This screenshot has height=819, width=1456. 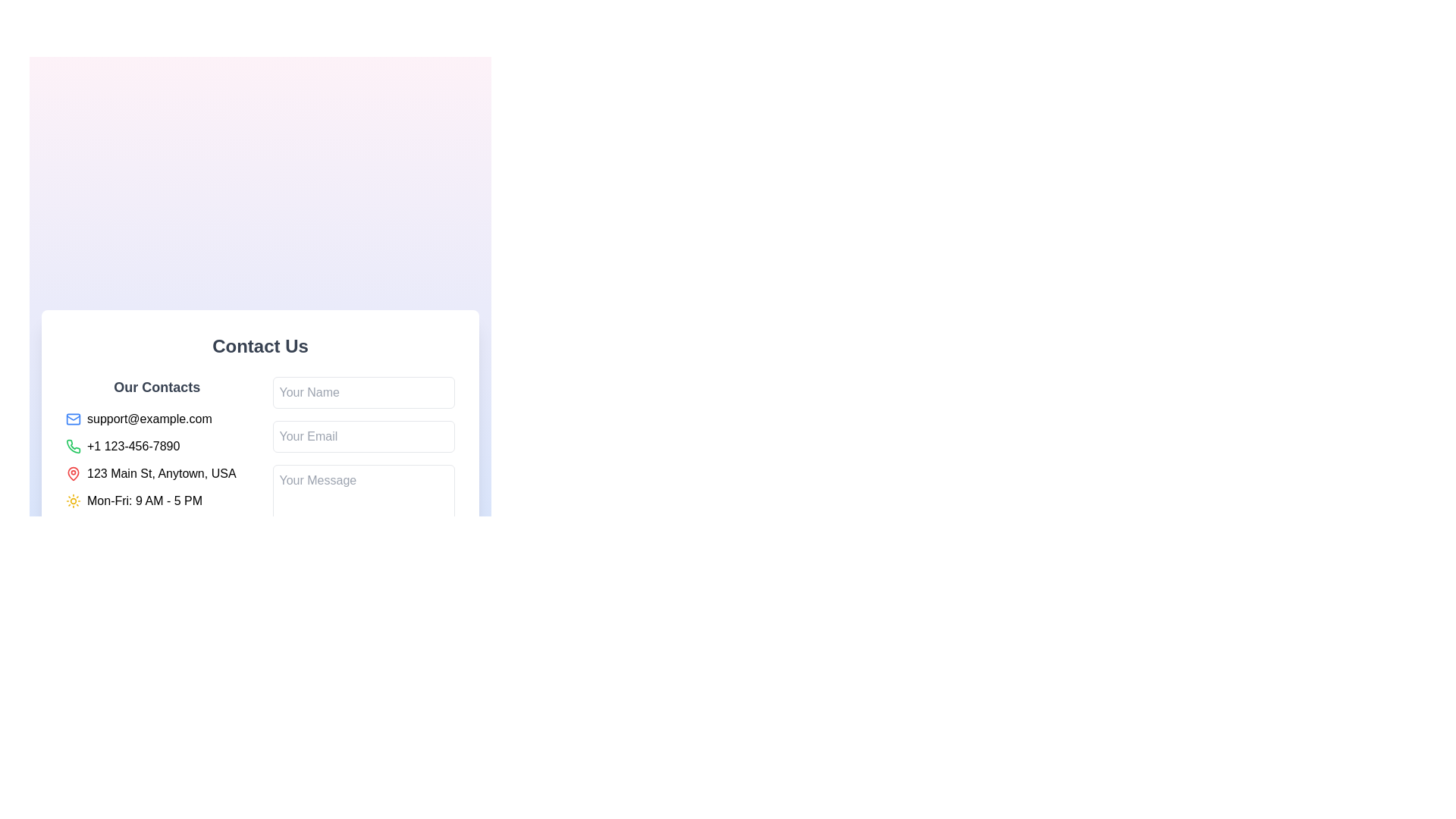 What do you see at coordinates (72, 472) in the screenshot?
I see `the geographical address icon next to the text '123 Main St, Anytown, USA' as a static visual cue` at bounding box center [72, 472].